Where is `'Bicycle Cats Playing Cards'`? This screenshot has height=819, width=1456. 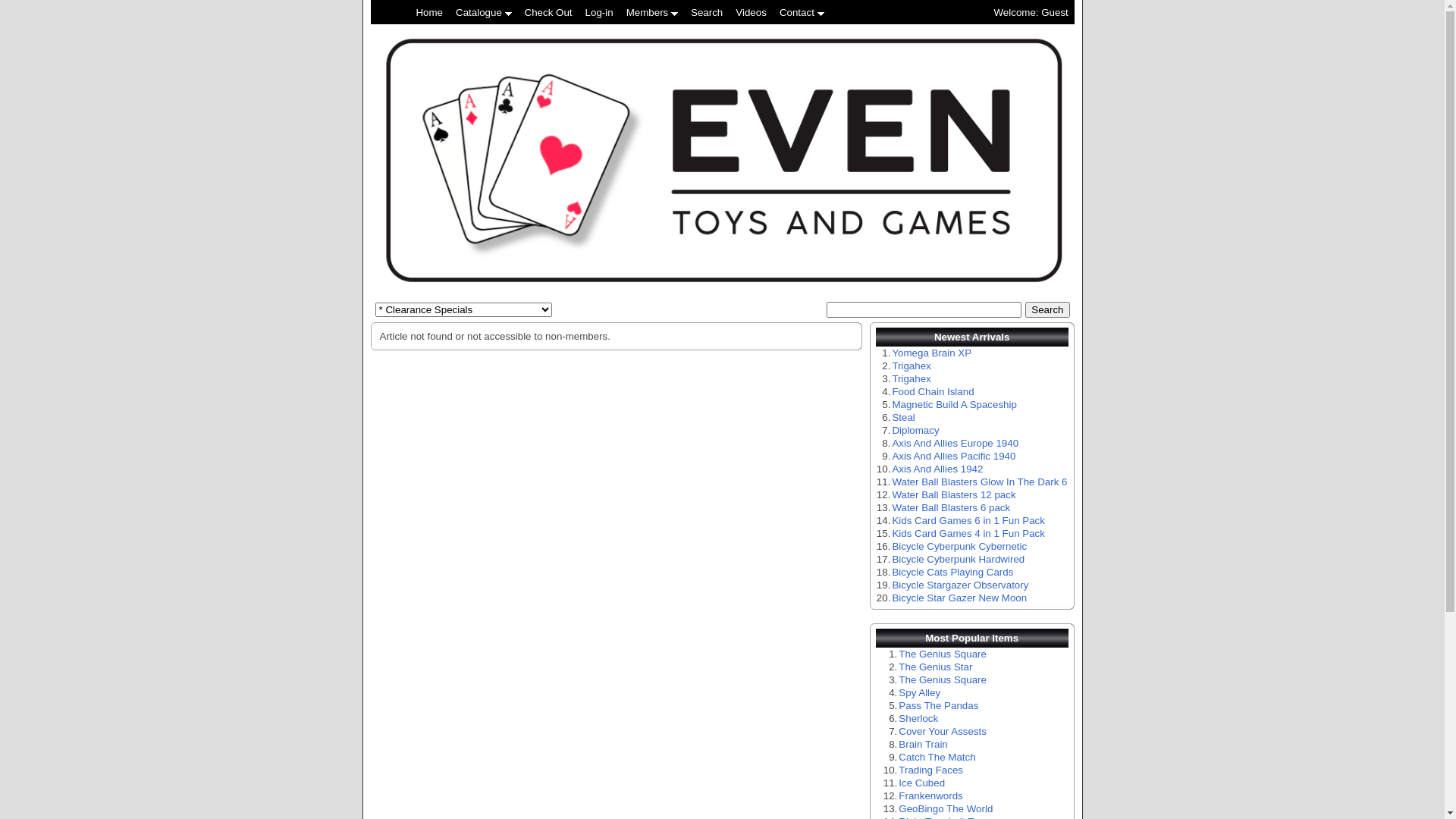 'Bicycle Cats Playing Cards' is located at coordinates (952, 572).